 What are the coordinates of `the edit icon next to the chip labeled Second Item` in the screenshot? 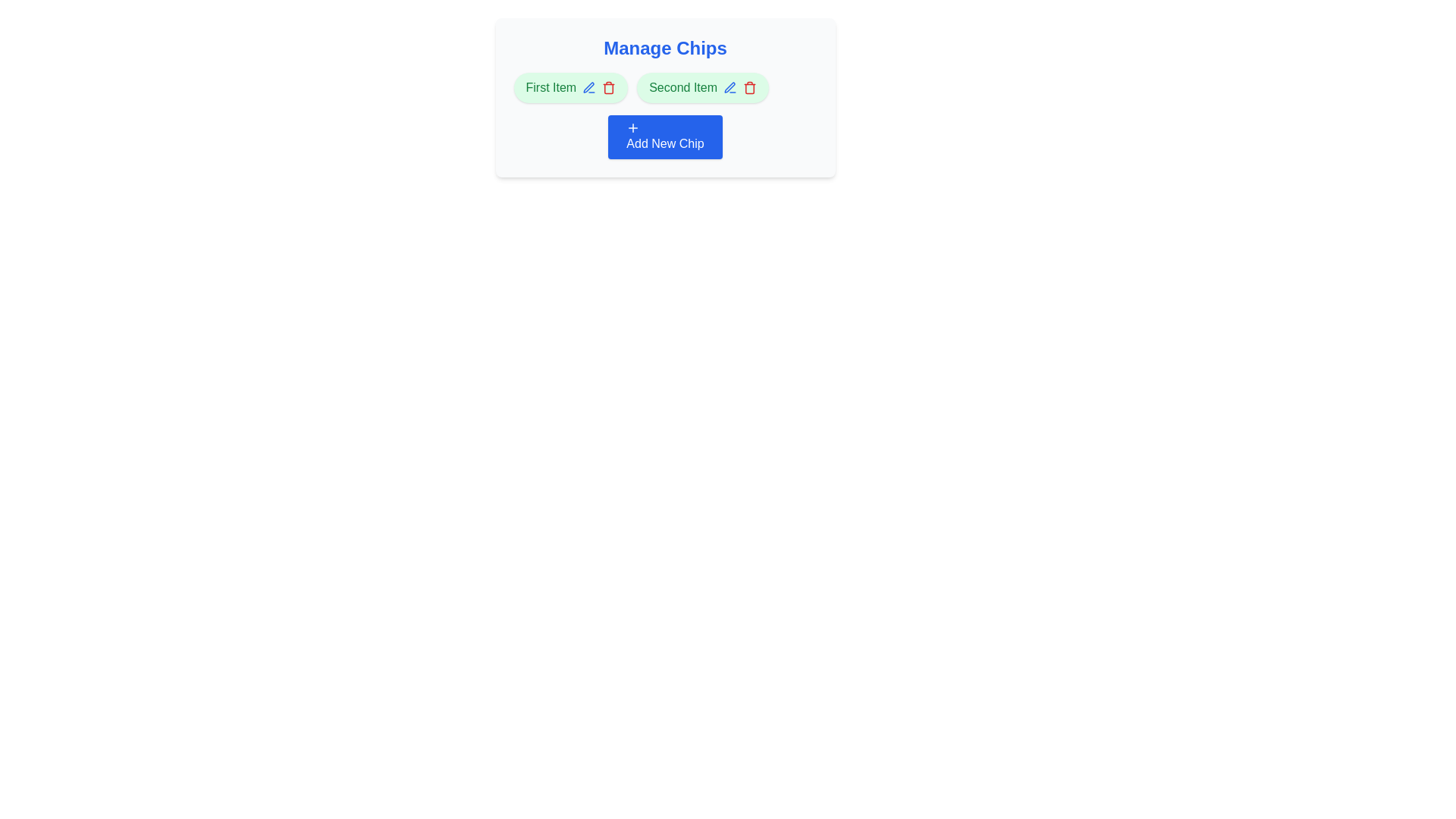 It's located at (730, 87).